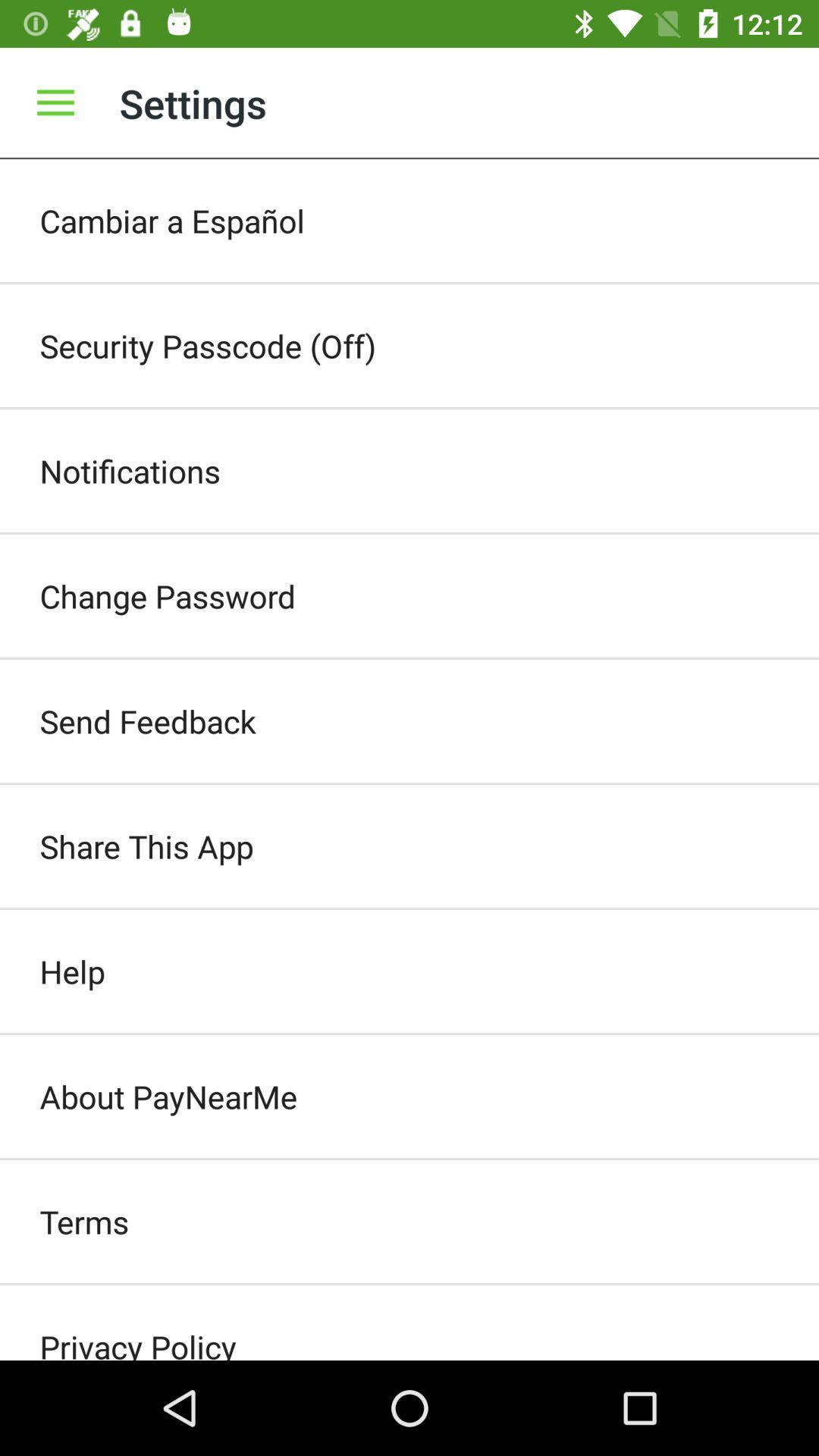 The image size is (819, 1456). What do you see at coordinates (409, 1222) in the screenshot?
I see `the item below about paynearme` at bounding box center [409, 1222].